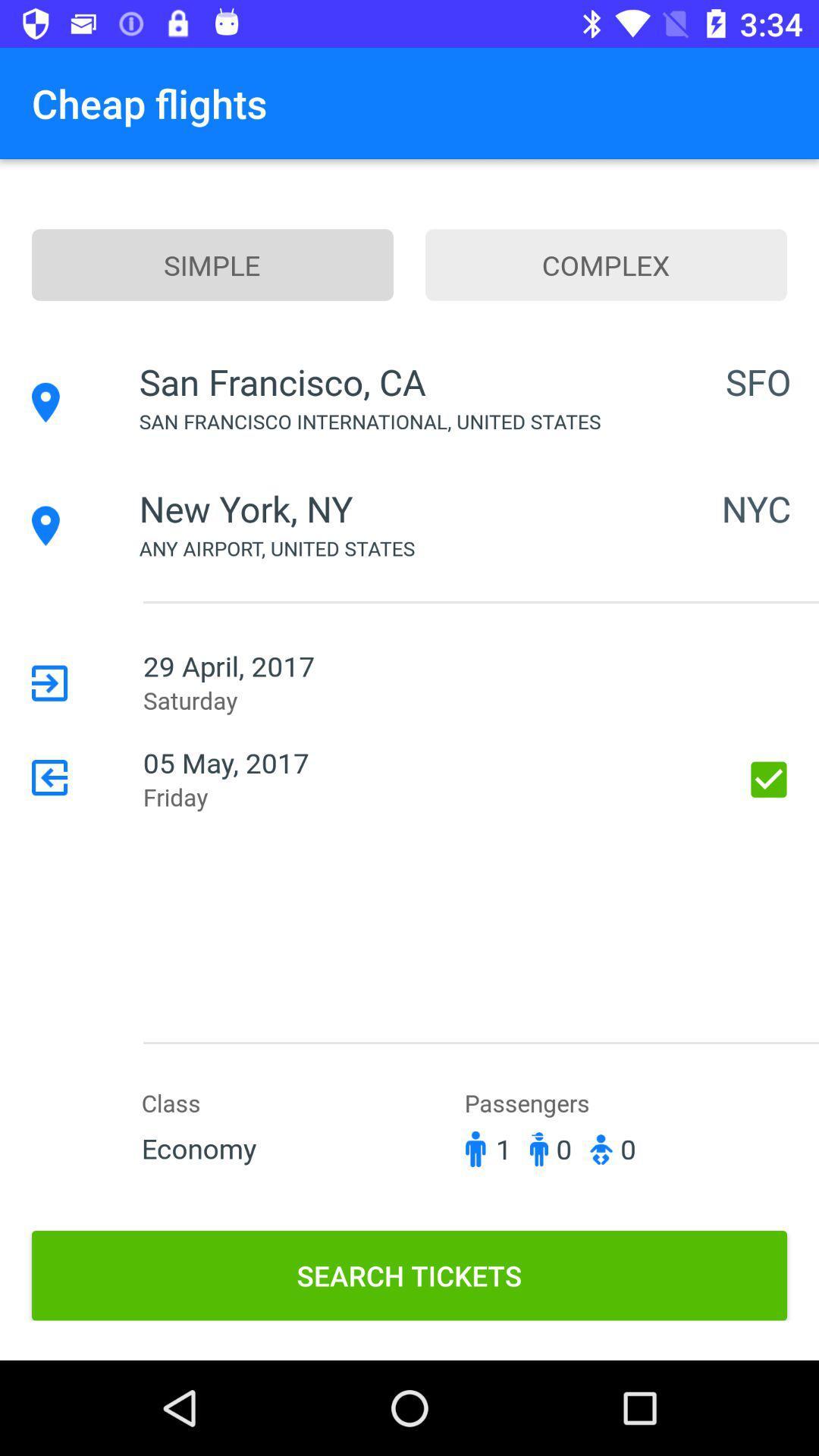 Image resolution: width=819 pixels, height=1456 pixels. What do you see at coordinates (769, 780) in the screenshot?
I see `item next to 05 may, 2017 icon` at bounding box center [769, 780].